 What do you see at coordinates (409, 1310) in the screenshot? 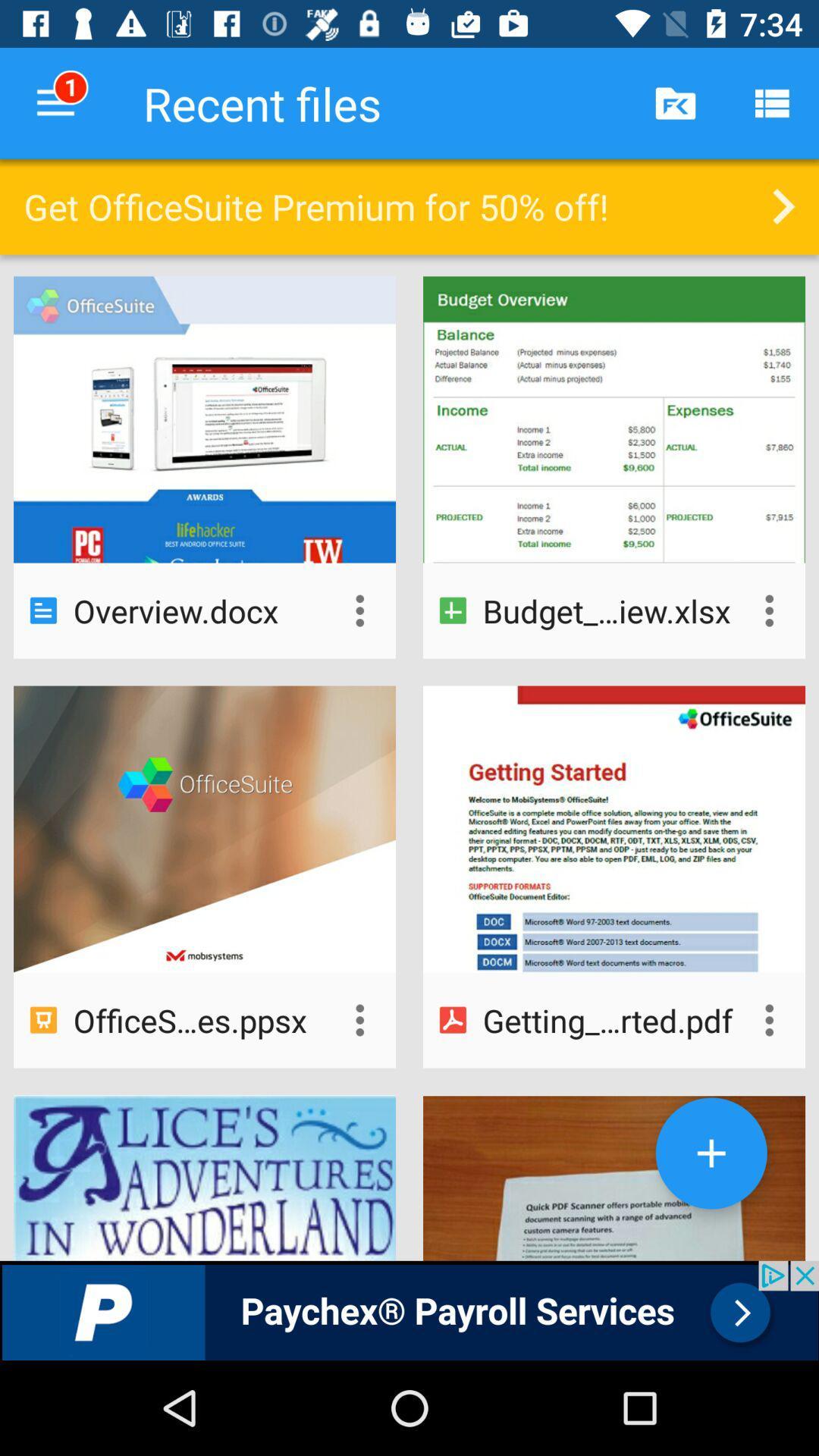
I see `go to paychex payroll services` at bounding box center [409, 1310].